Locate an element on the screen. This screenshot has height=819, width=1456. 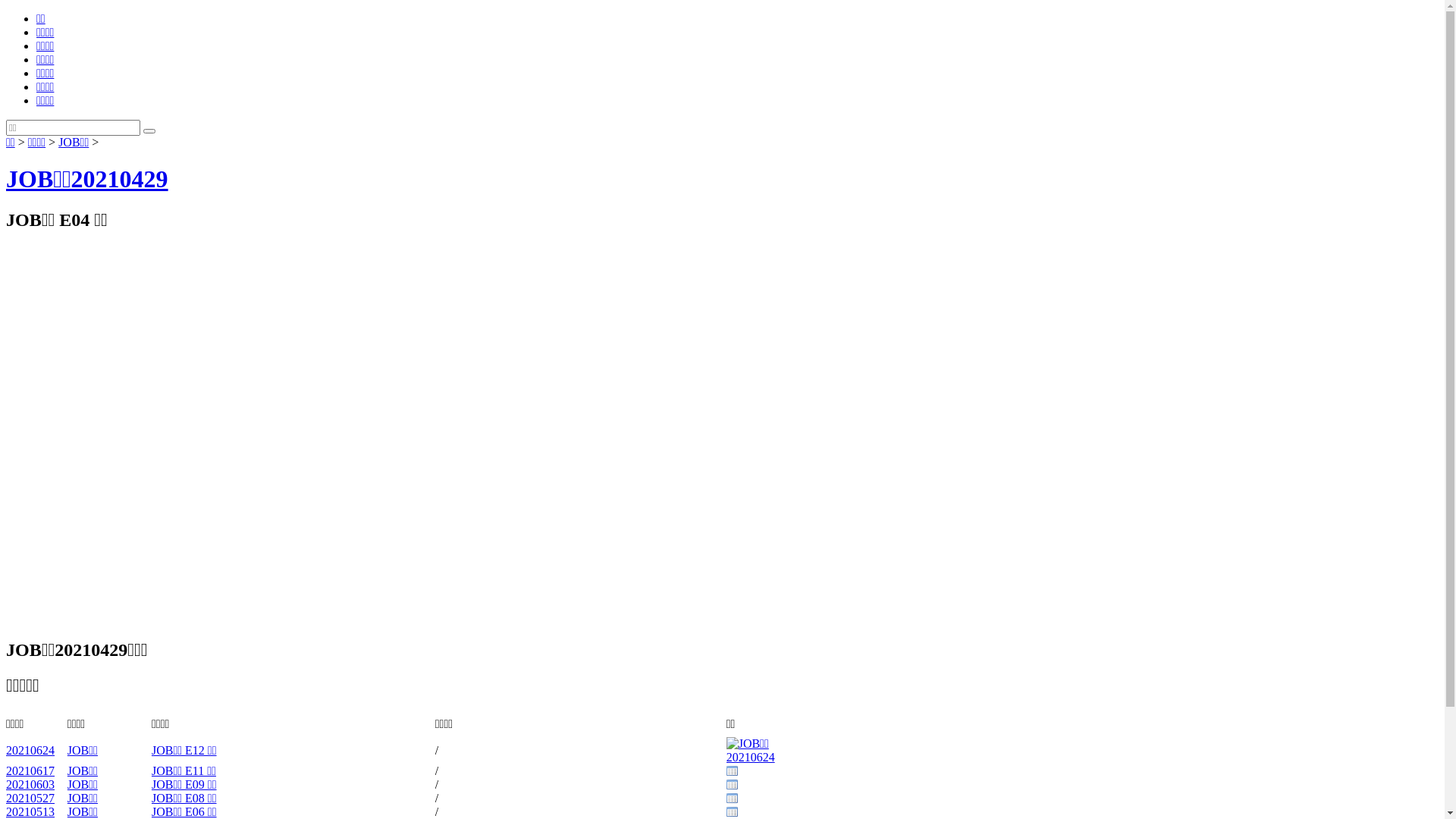
'/' is located at coordinates (436, 797).